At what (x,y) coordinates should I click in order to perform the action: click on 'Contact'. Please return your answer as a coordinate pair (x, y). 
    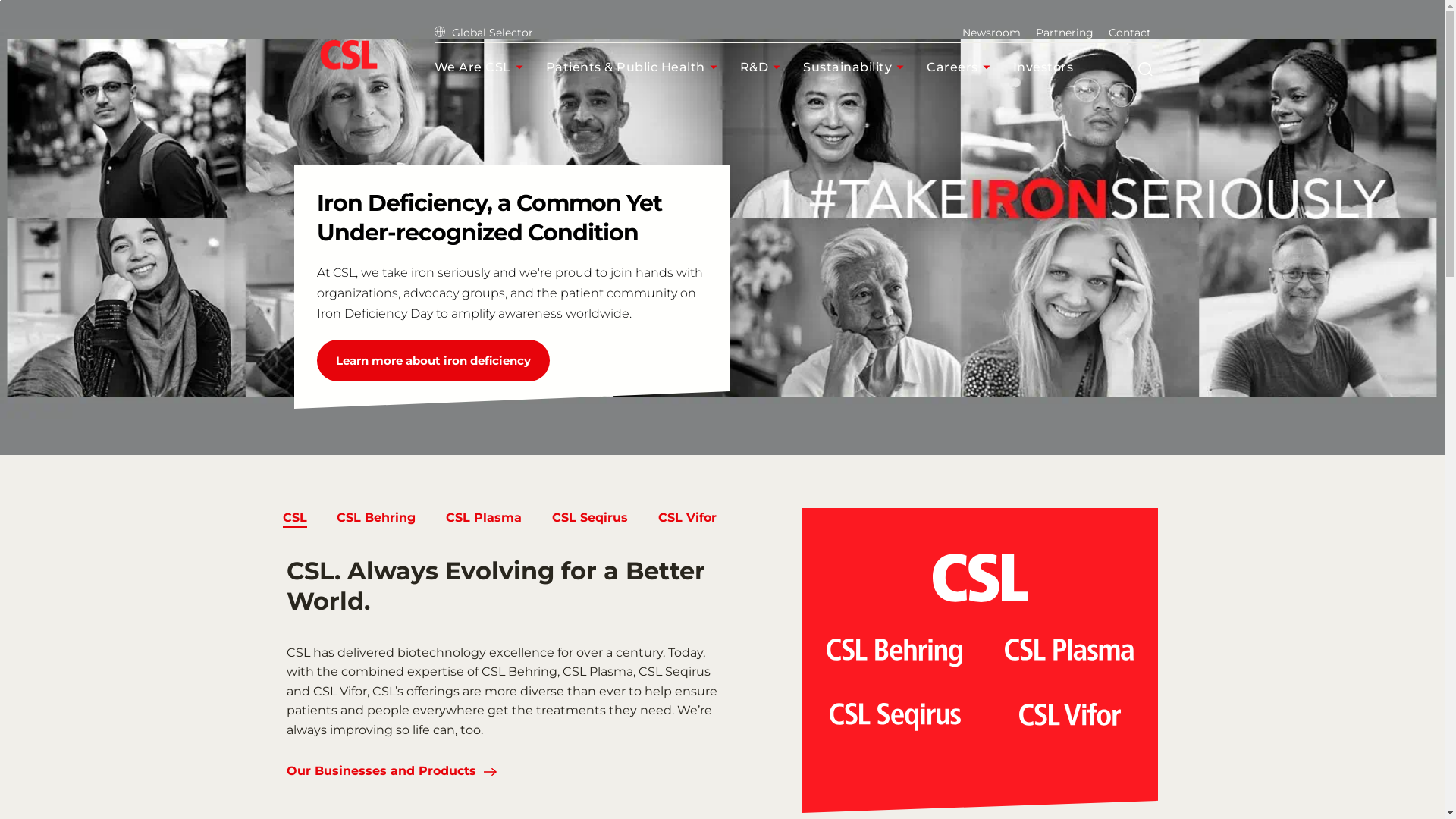
    Looking at the image, I should click on (1109, 32).